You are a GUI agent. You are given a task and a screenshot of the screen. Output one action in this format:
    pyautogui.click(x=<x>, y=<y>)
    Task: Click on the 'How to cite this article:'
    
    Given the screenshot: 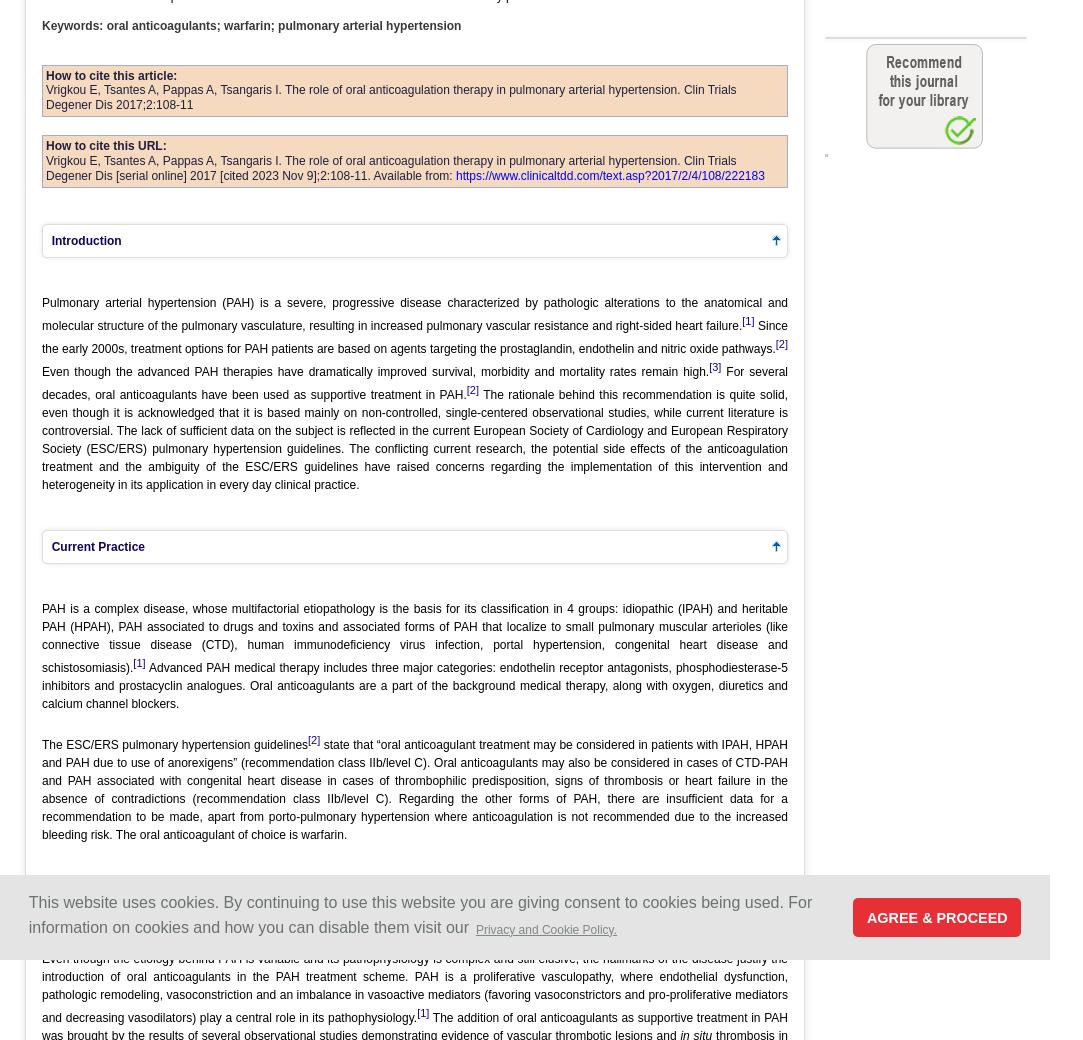 What is the action you would take?
    pyautogui.click(x=110, y=73)
    